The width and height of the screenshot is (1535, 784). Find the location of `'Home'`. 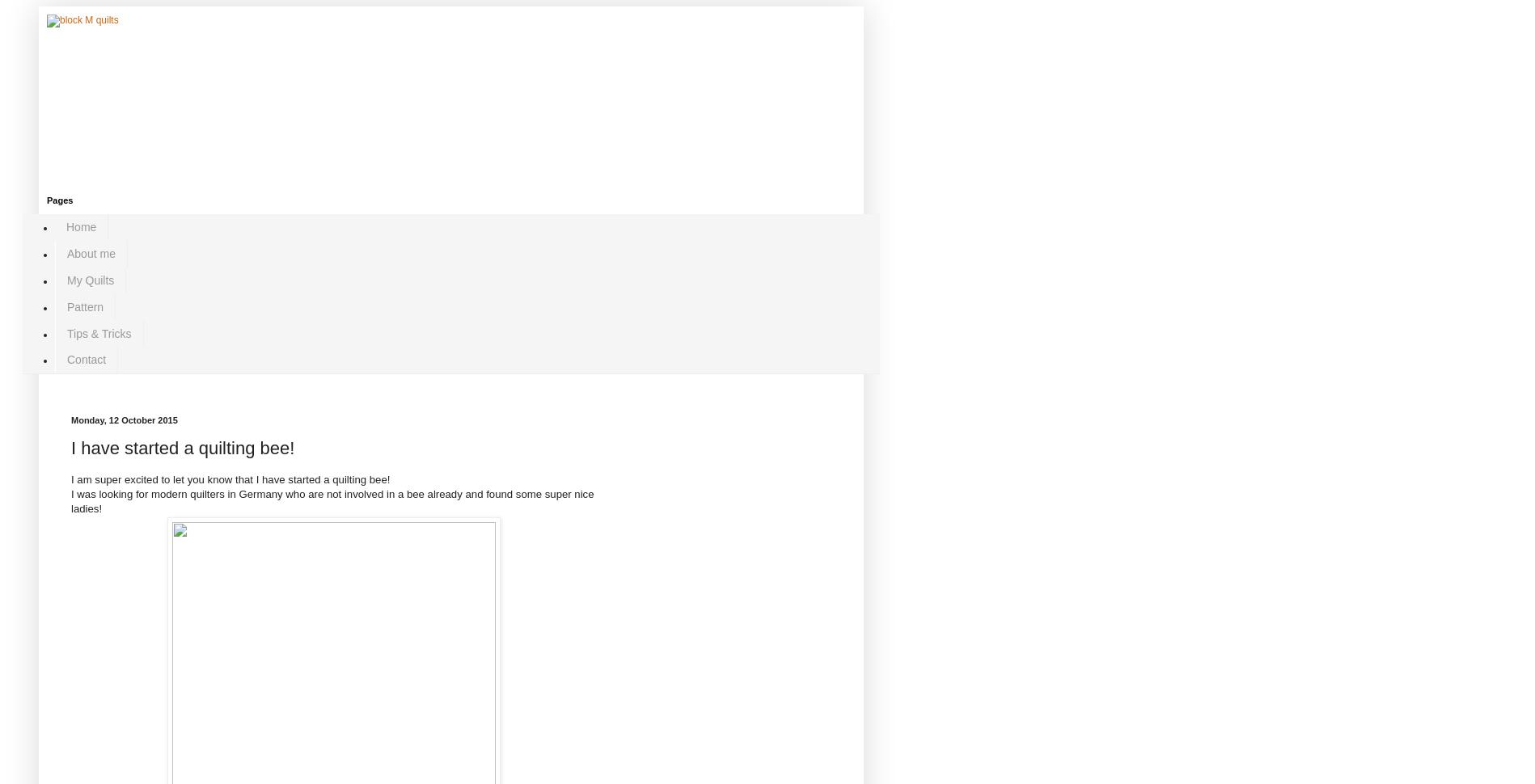

'Home' is located at coordinates (81, 226).